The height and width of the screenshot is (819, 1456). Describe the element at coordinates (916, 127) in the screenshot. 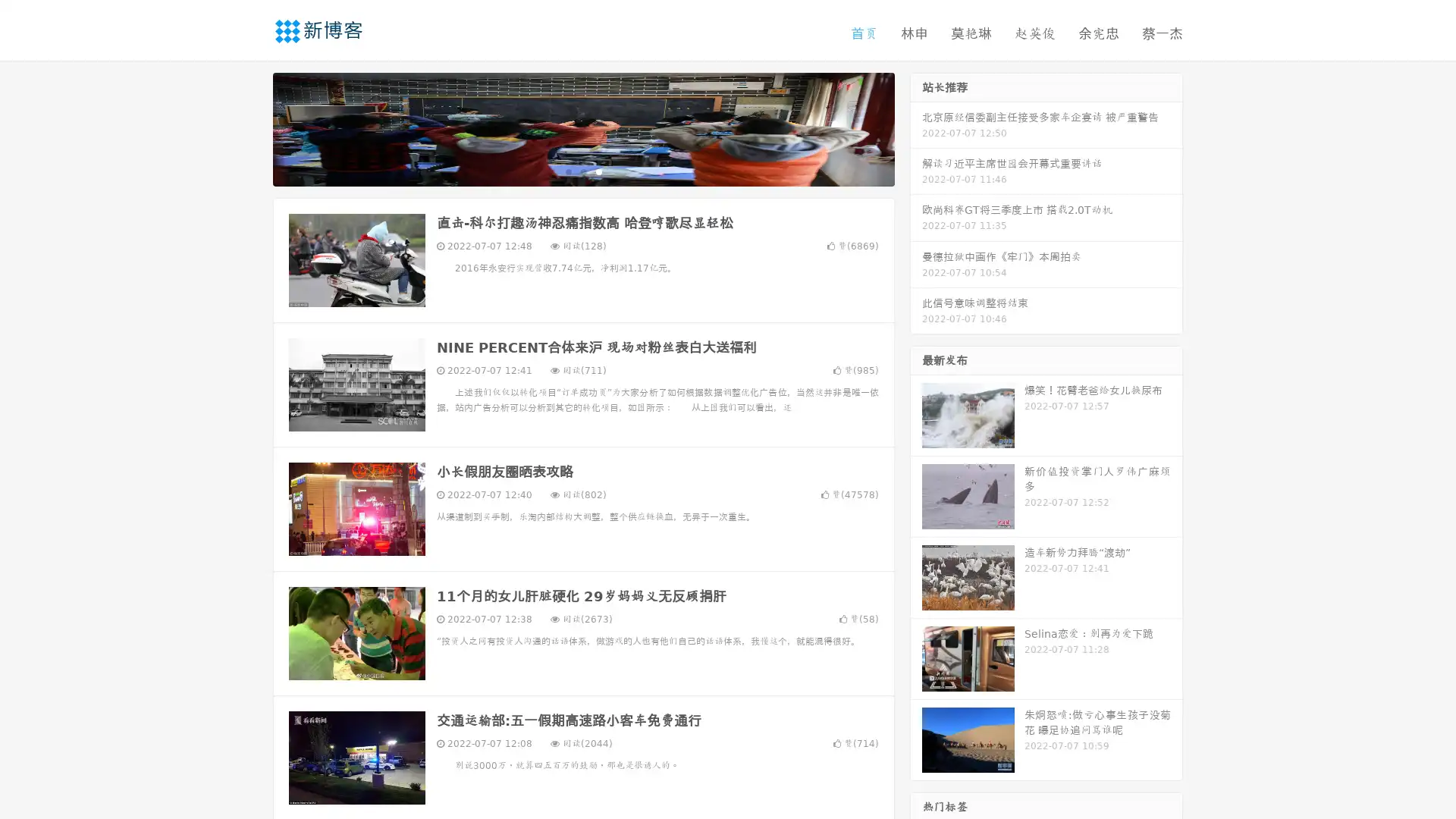

I see `Next slide` at that location.